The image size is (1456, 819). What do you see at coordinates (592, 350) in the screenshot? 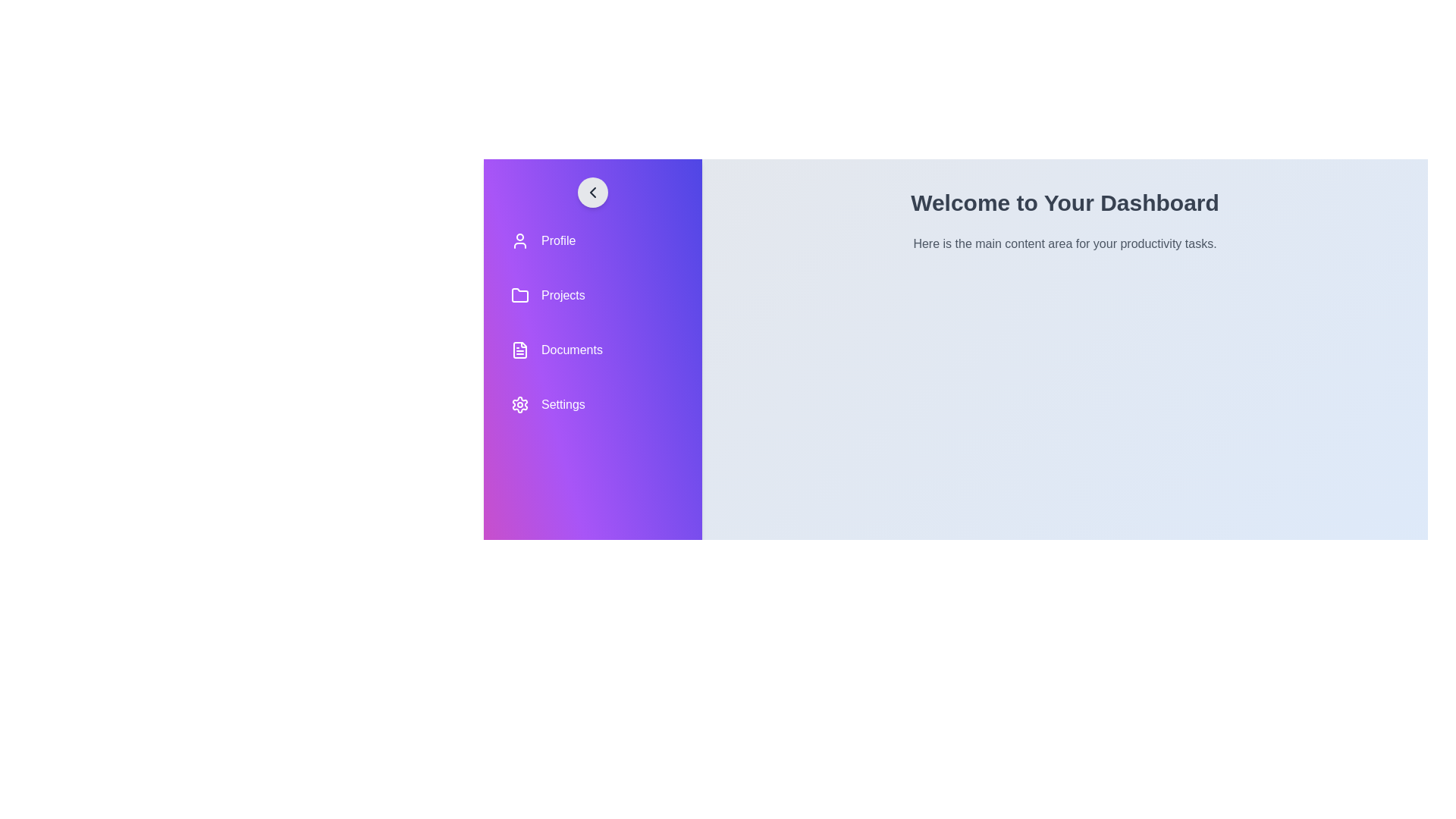
I see `the navigation item labeled Documents` at bounding box center [592, 350].